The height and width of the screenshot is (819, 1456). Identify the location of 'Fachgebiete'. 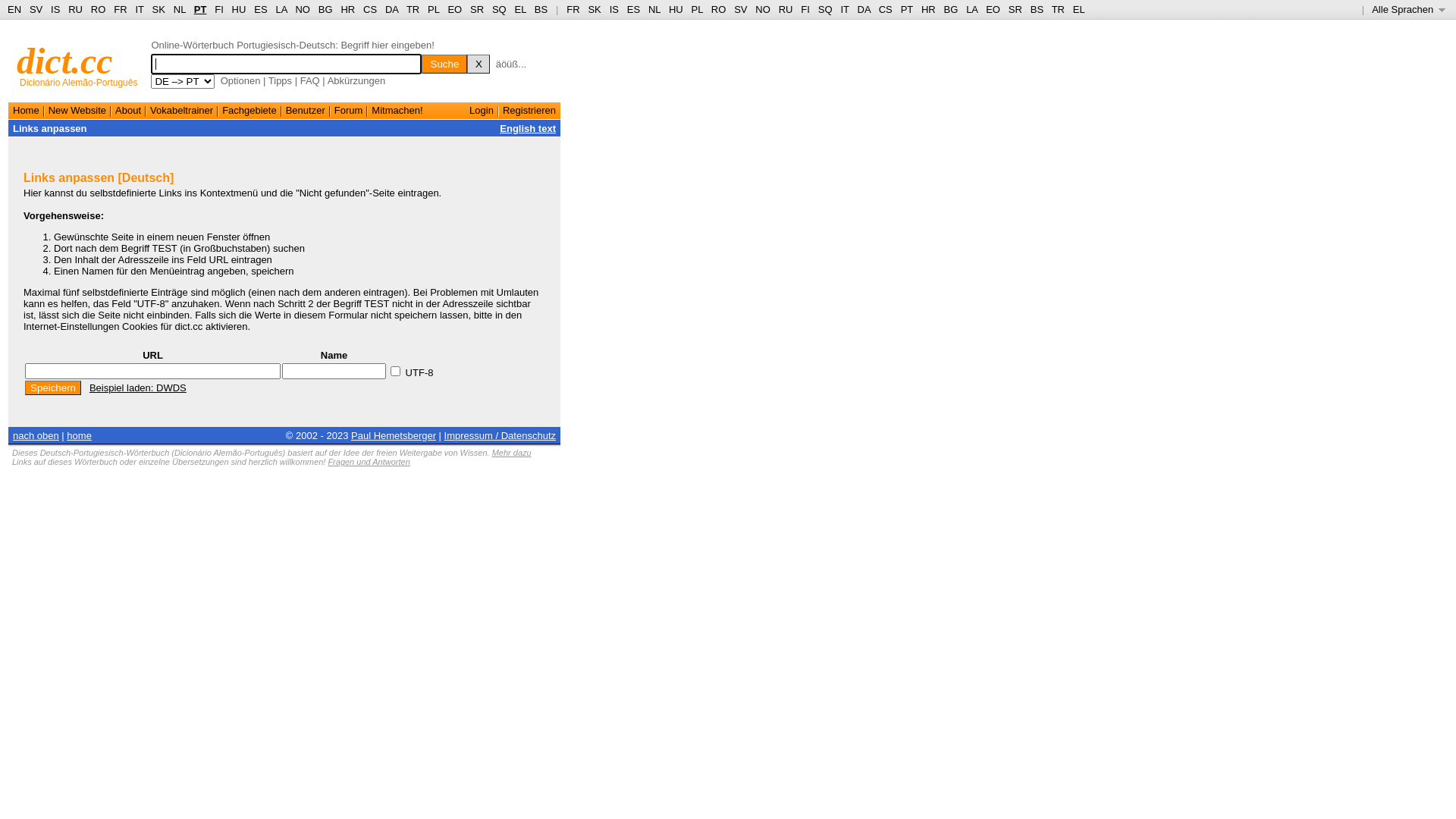
(221, 109).